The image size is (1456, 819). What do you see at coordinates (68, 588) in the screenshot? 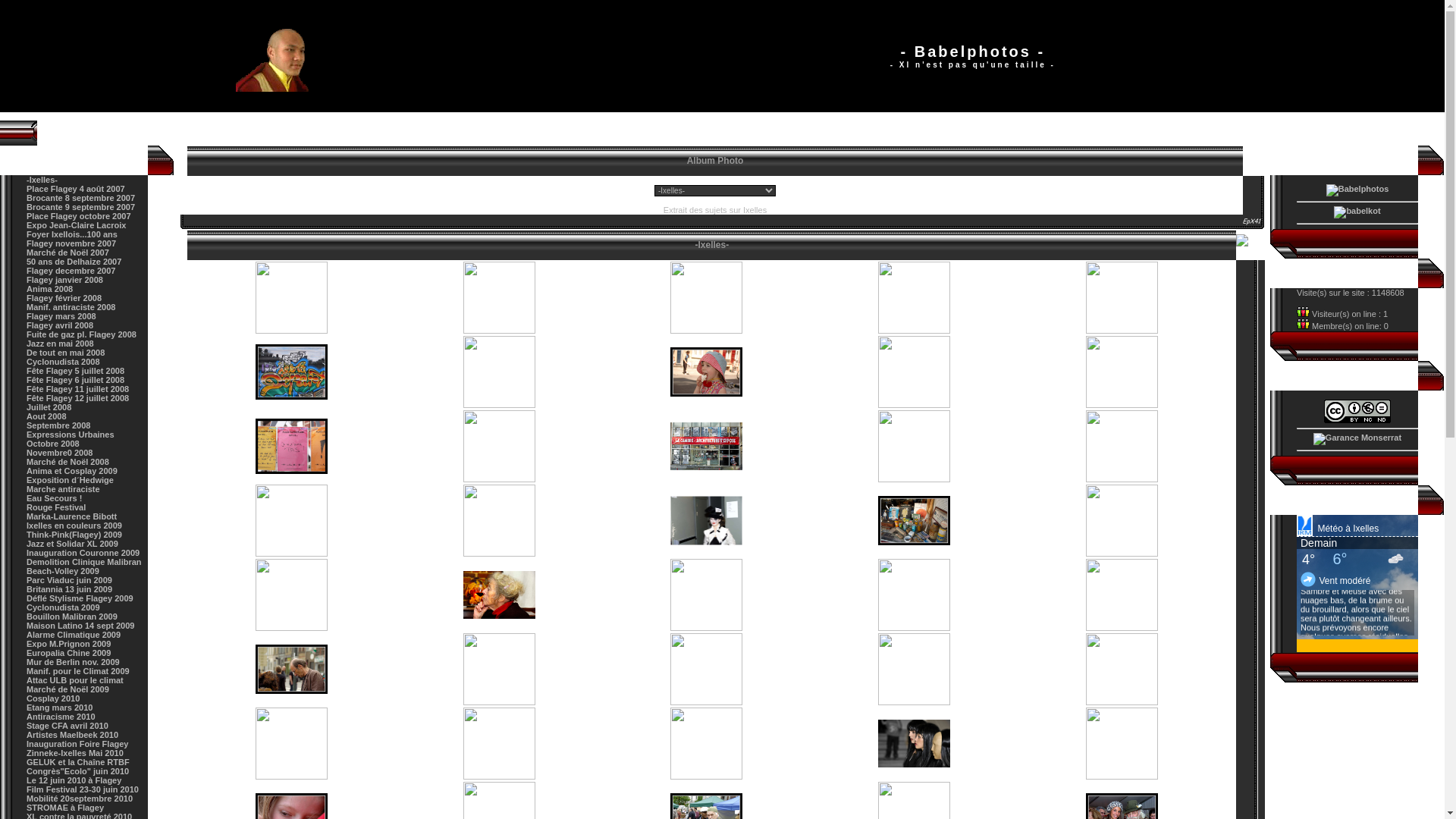
I see `'Britannia 13 juin 2009'` at bounding box center [68, 588].